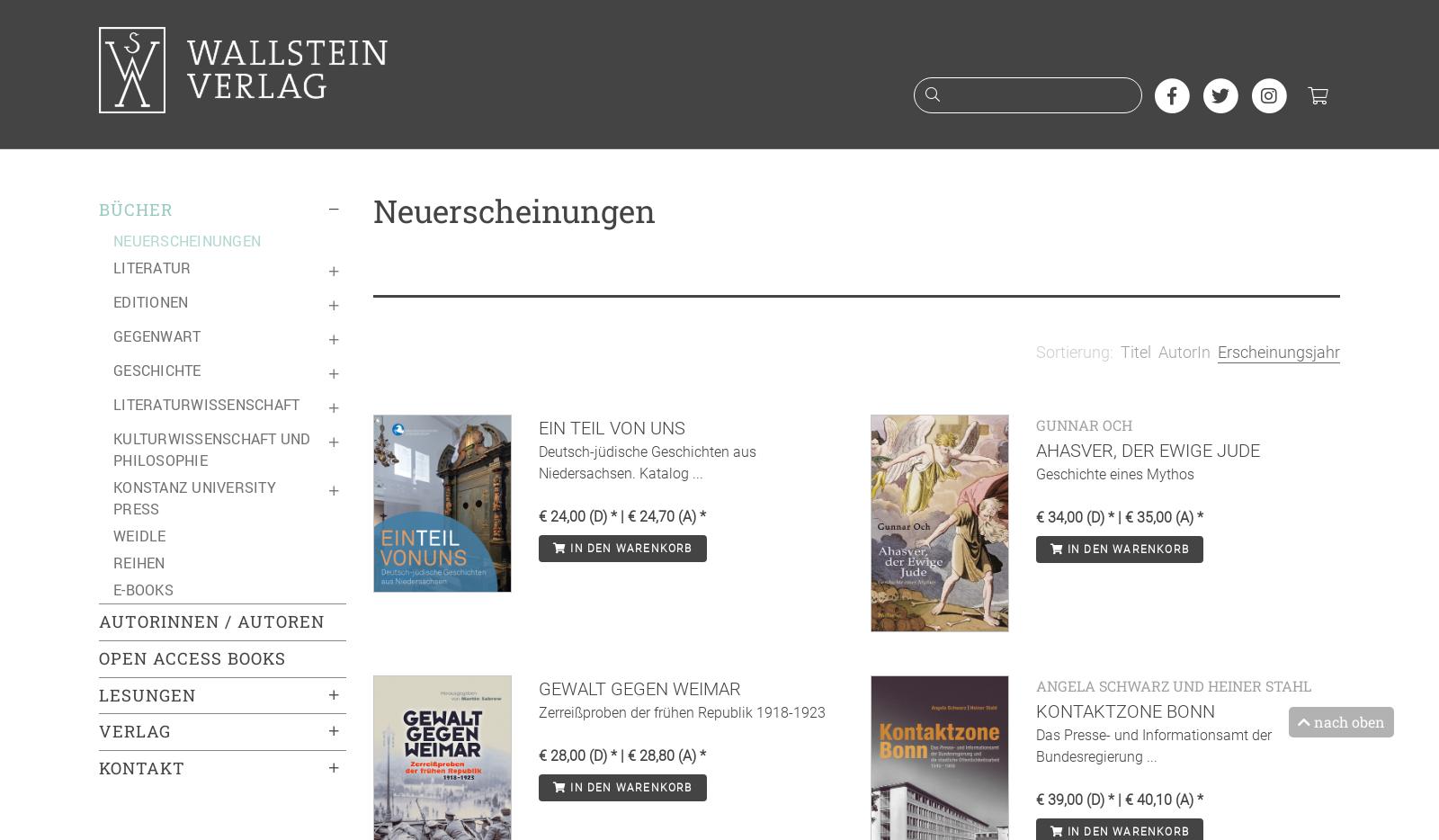  Describe the element at coordinates (1082, 424) in the screenshot. I see `'Gunnar Och'` at that location.